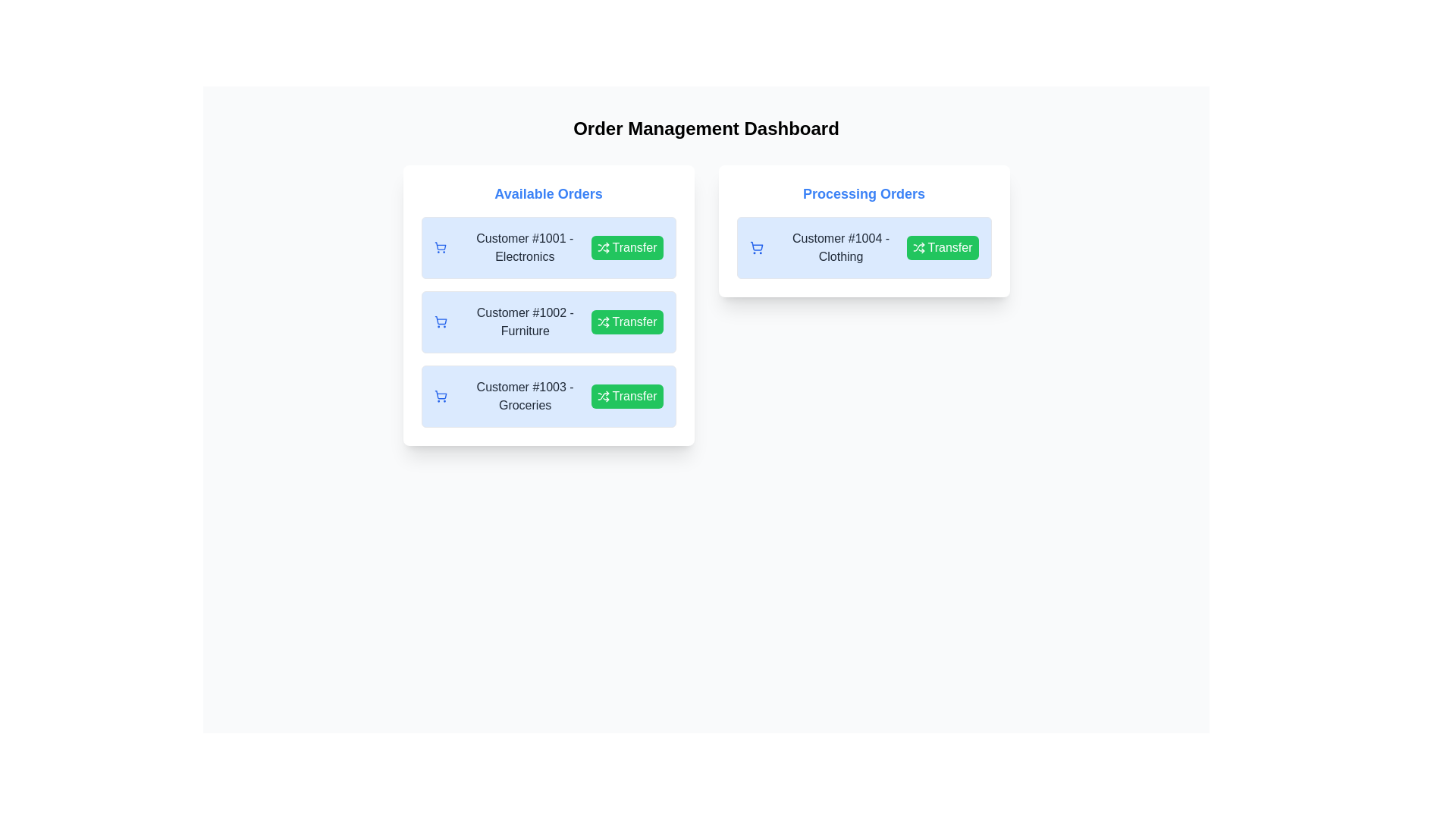 The width and height of the screenshot is (1456, 819). What do you see at coordinates (918, 247) in the screenshot?
I see `the rightmost shuffle icon contained within the green 'Transfer' button in the 'Processing Orders' section for 'Customer #1004 - Clothing'` at bounding box center [918, 247].